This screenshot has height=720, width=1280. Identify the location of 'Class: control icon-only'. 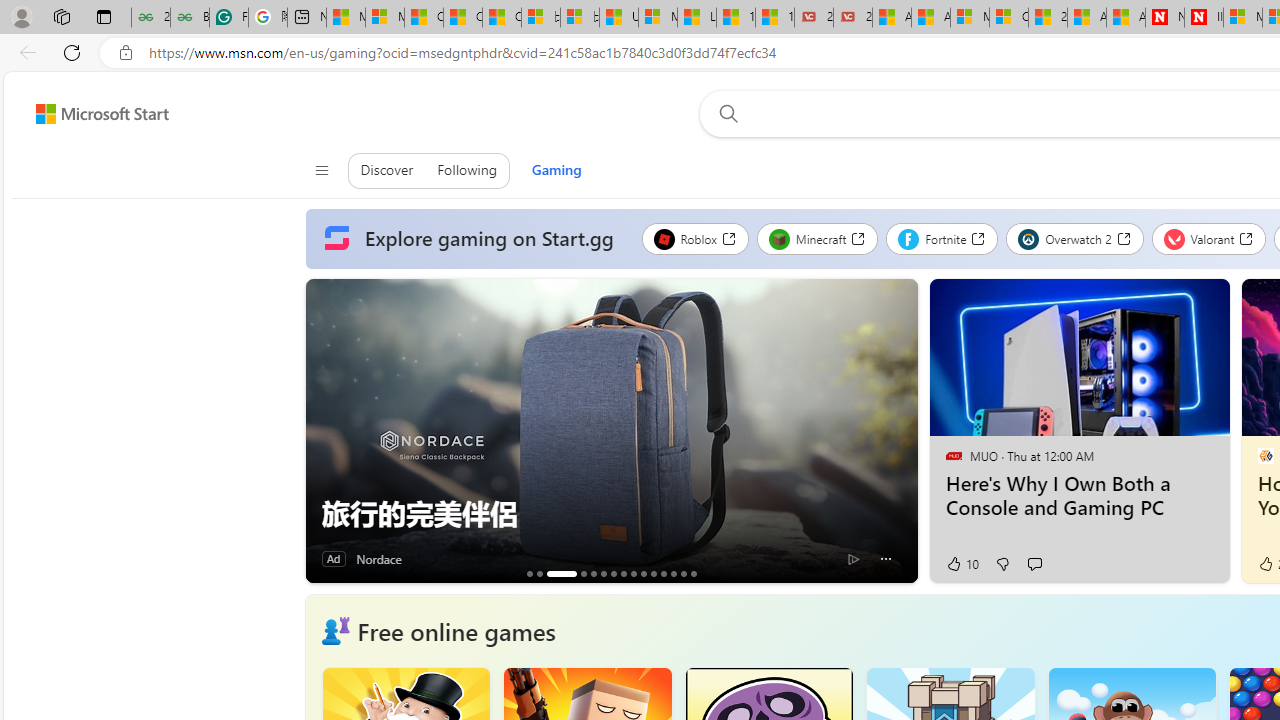
(321, 170).